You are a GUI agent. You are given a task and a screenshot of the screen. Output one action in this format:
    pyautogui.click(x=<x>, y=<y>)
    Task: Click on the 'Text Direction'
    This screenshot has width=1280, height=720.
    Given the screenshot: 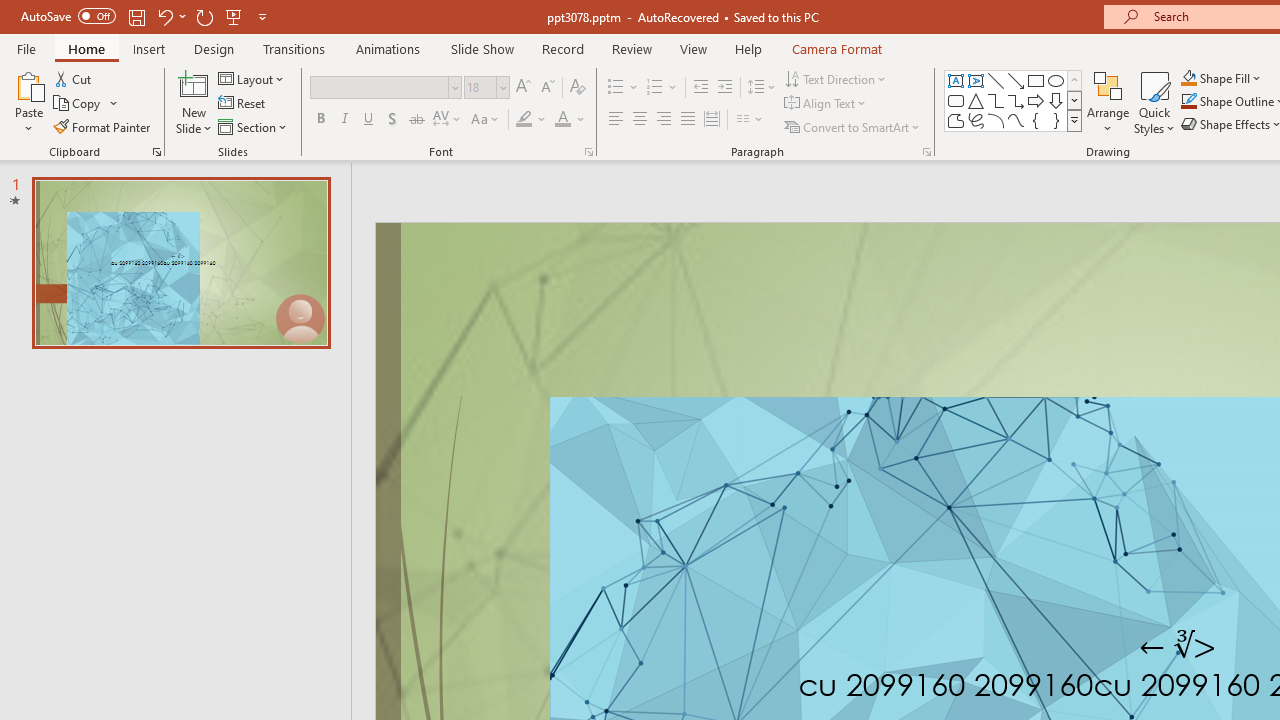 What is the action you would take?
    pyautogui.click(x=837, y=78)
    